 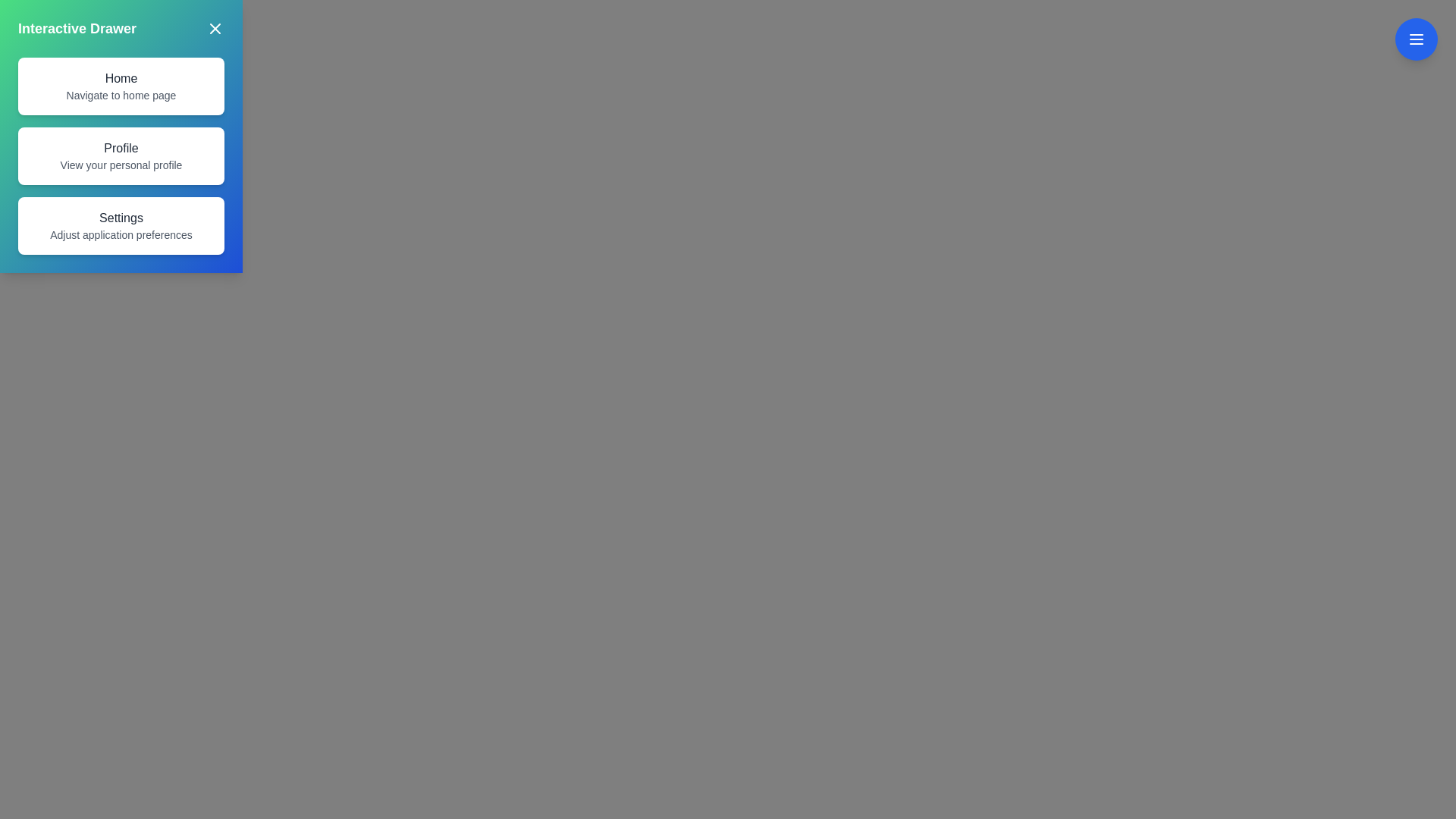 I want to click on the circular blue button with a menu icon located in the top-right corner of the interface, so click(x=1415, y=38).